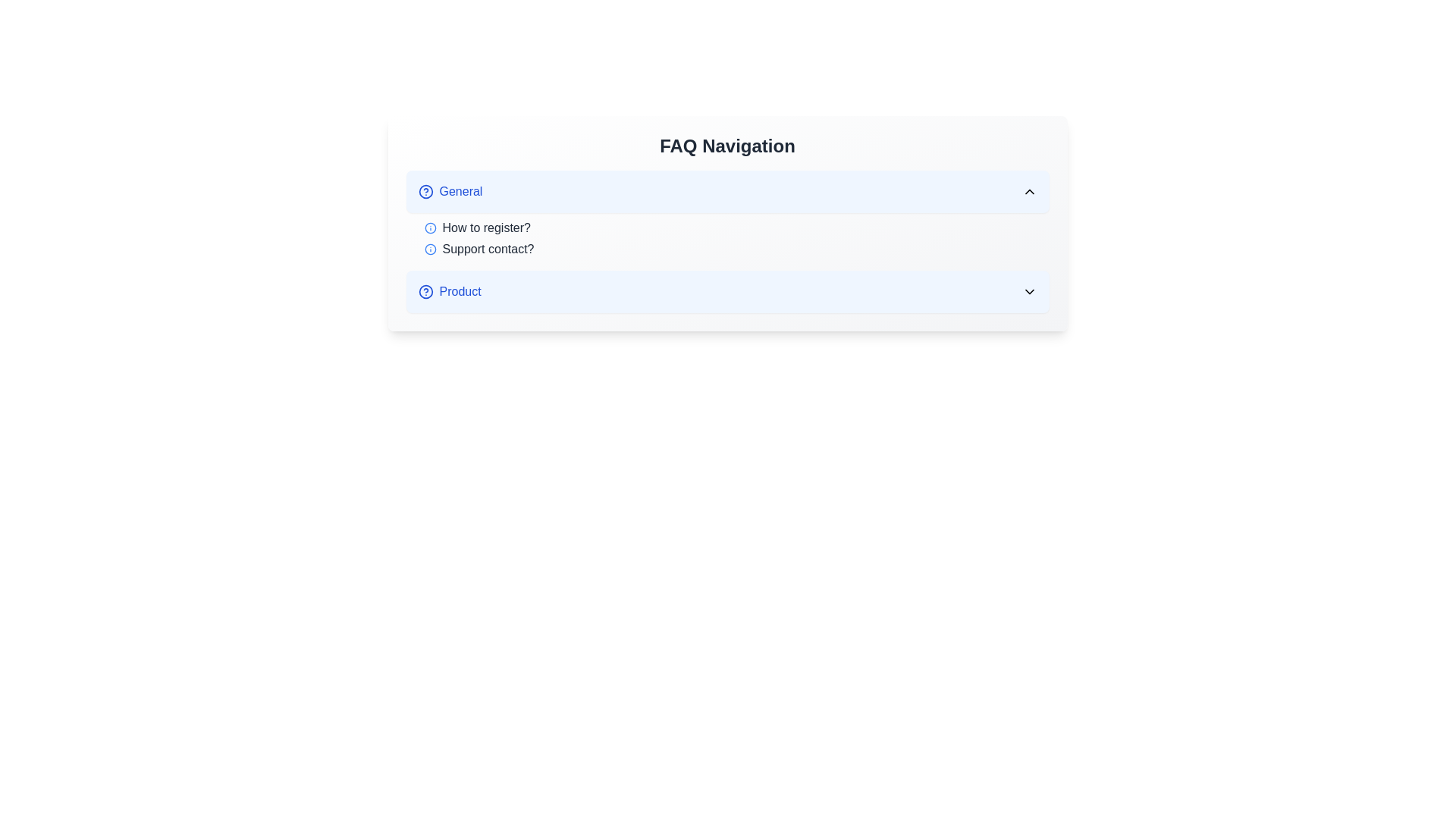 This screenshot has width=1456, height=819. Describe the element at coordinates (736, 248) in the screenshot. I see `the second hyperlink` at that location.